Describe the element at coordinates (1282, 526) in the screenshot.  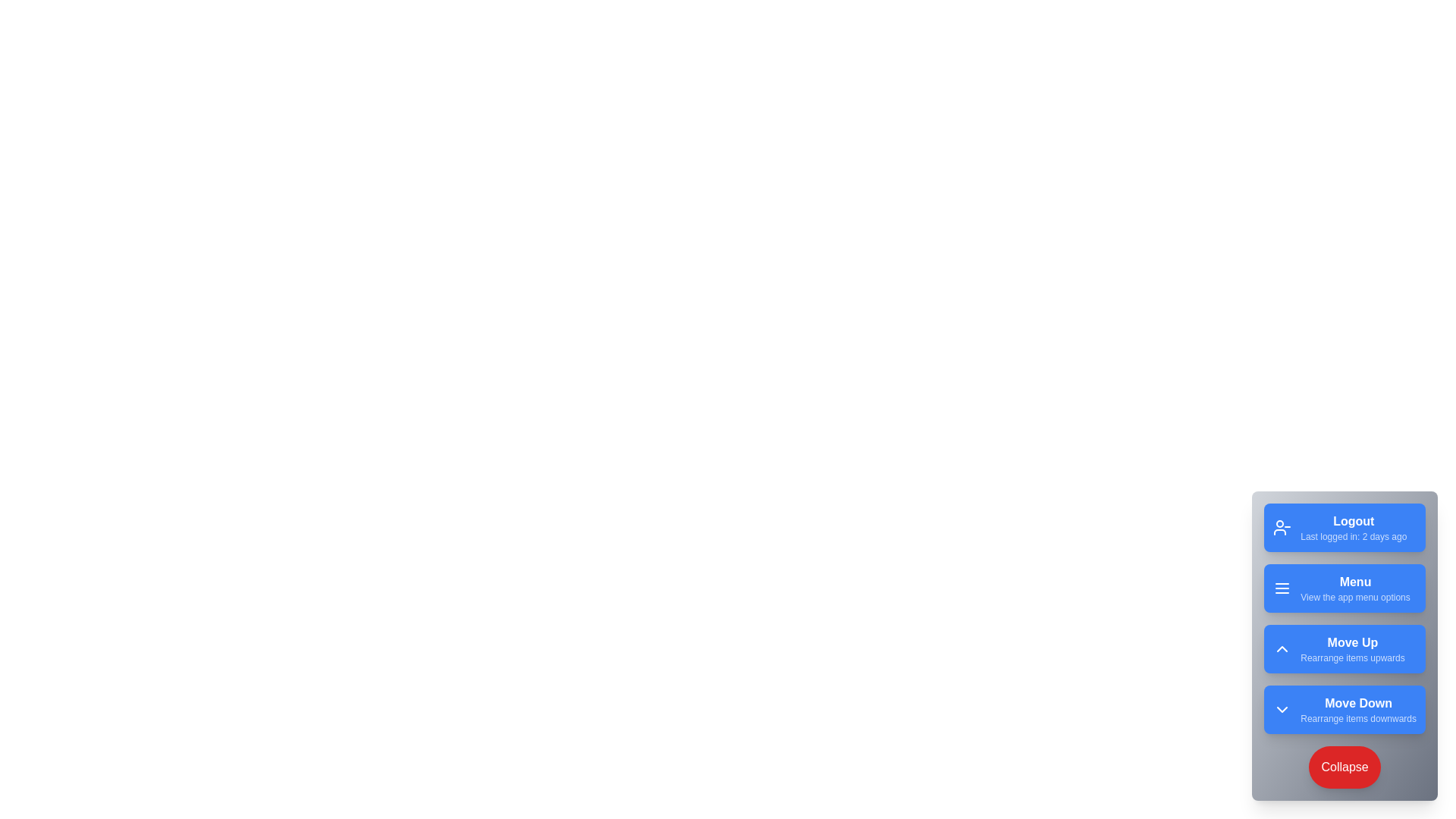
I see `the circular user icon with a minus sign, part of the blue 'Logout' button at the top of the vertically stacked menu` at that location.